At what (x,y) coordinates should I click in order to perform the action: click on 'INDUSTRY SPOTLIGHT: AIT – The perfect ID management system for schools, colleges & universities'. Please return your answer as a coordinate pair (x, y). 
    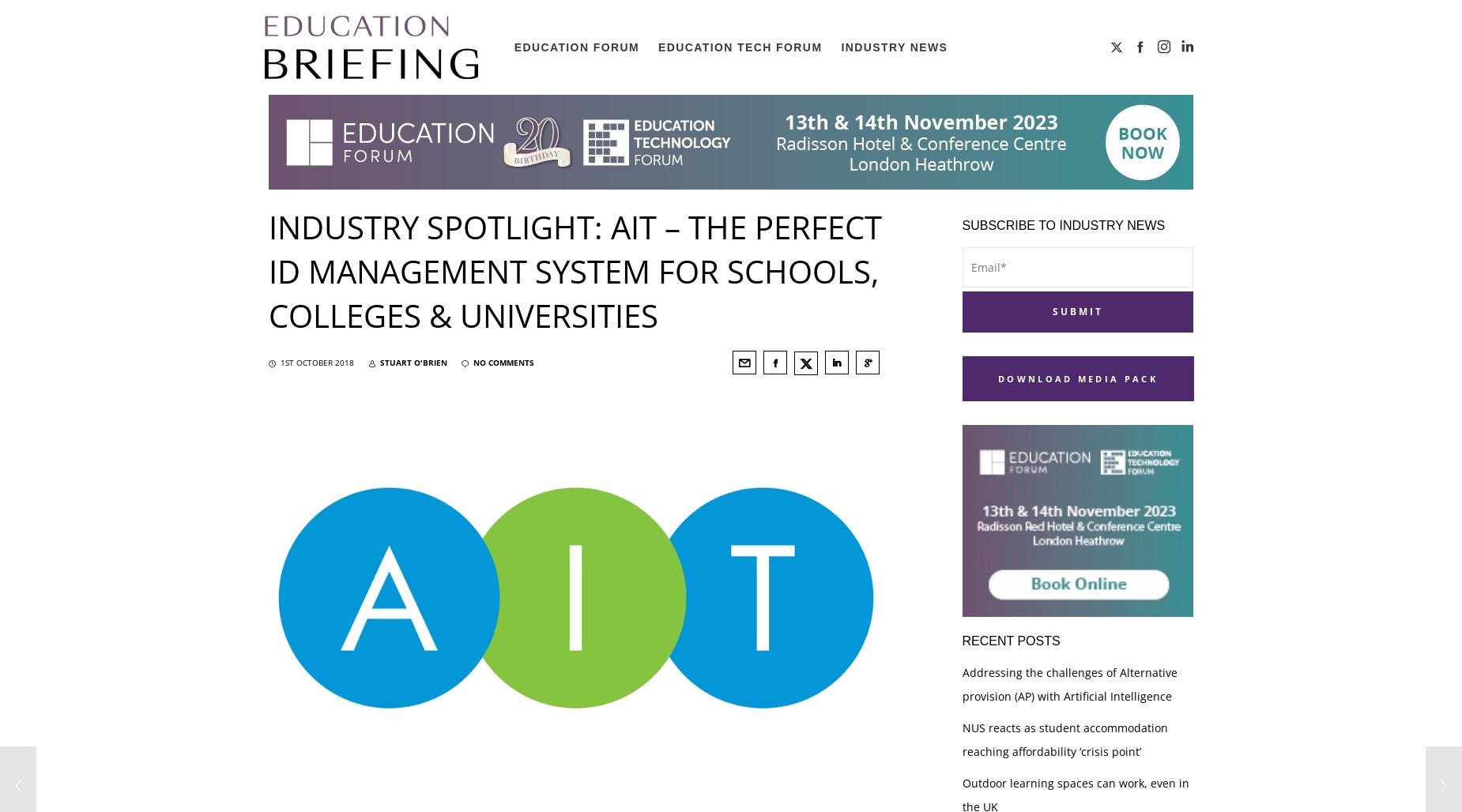
    Looking at the image, I should click on (268, 270).